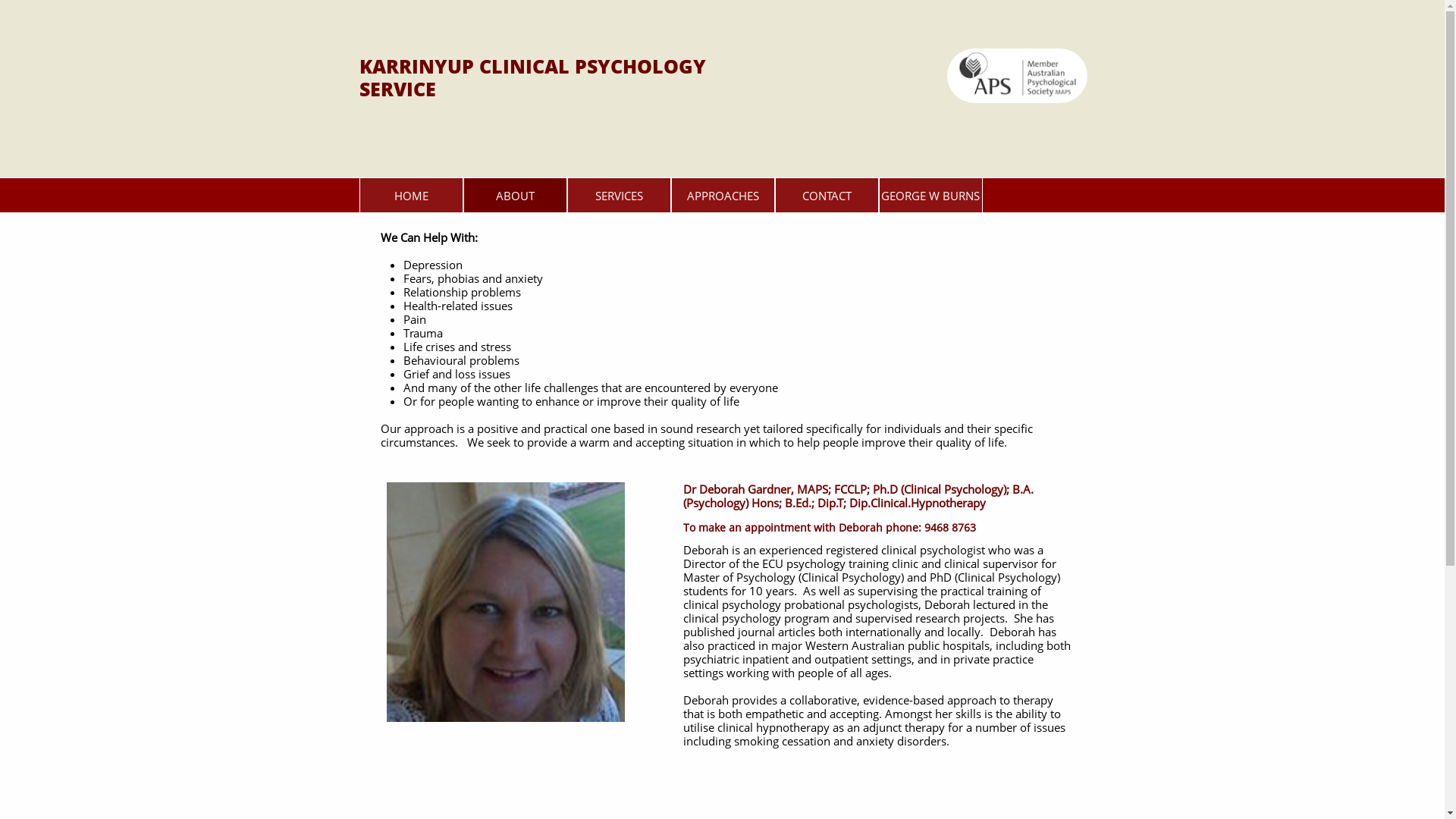 The height and width of the screenshot is (819, 1456). Describe the element at coordinates (514, 194) in the screenshot. I see `'ABOUT'` at that location.